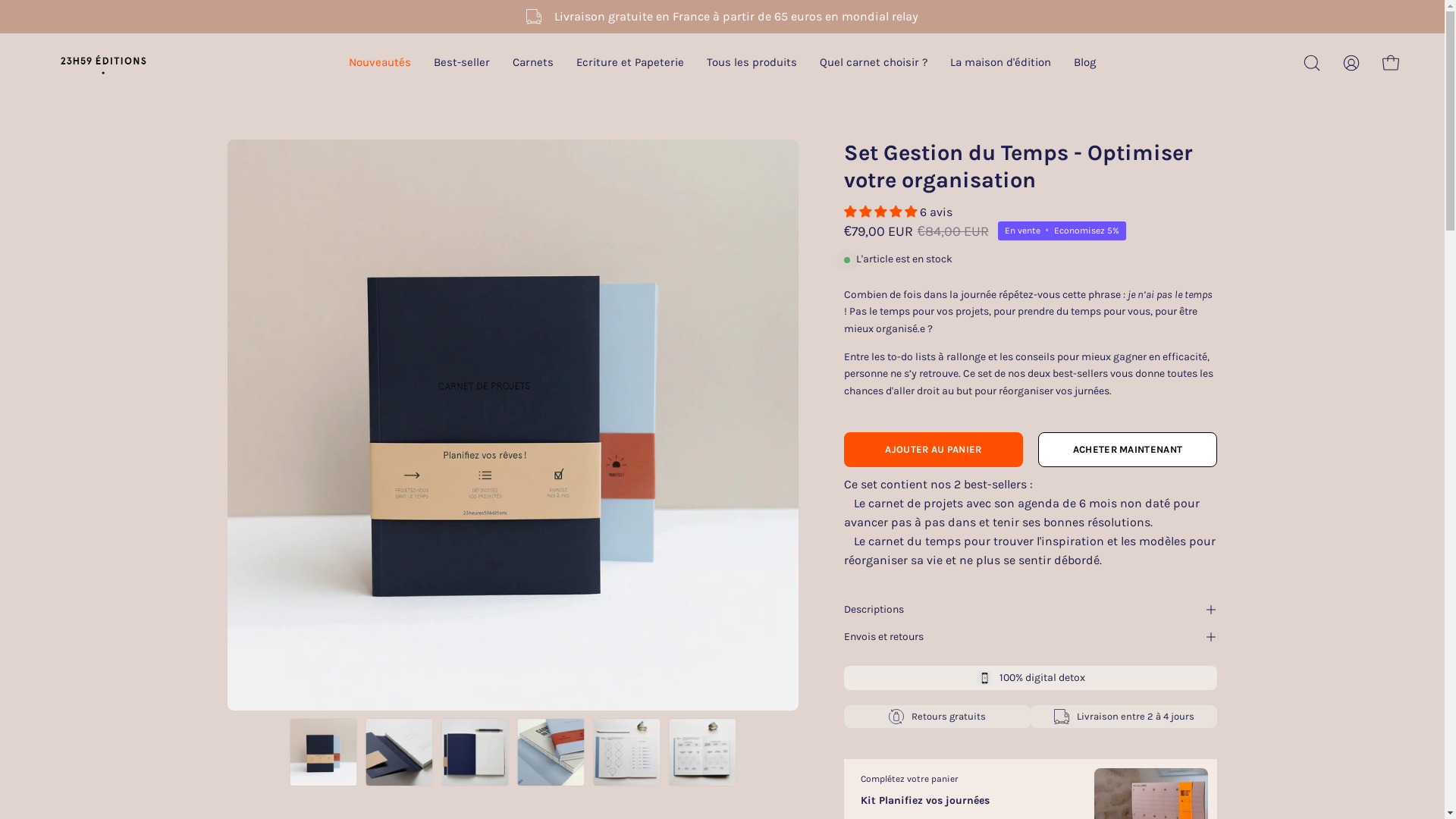 The image size is (1456, 819). What do you see at coordinates (1351, 62) in the screenshot?
I see `'Mon compte'` at bounding box center [1351, 62].